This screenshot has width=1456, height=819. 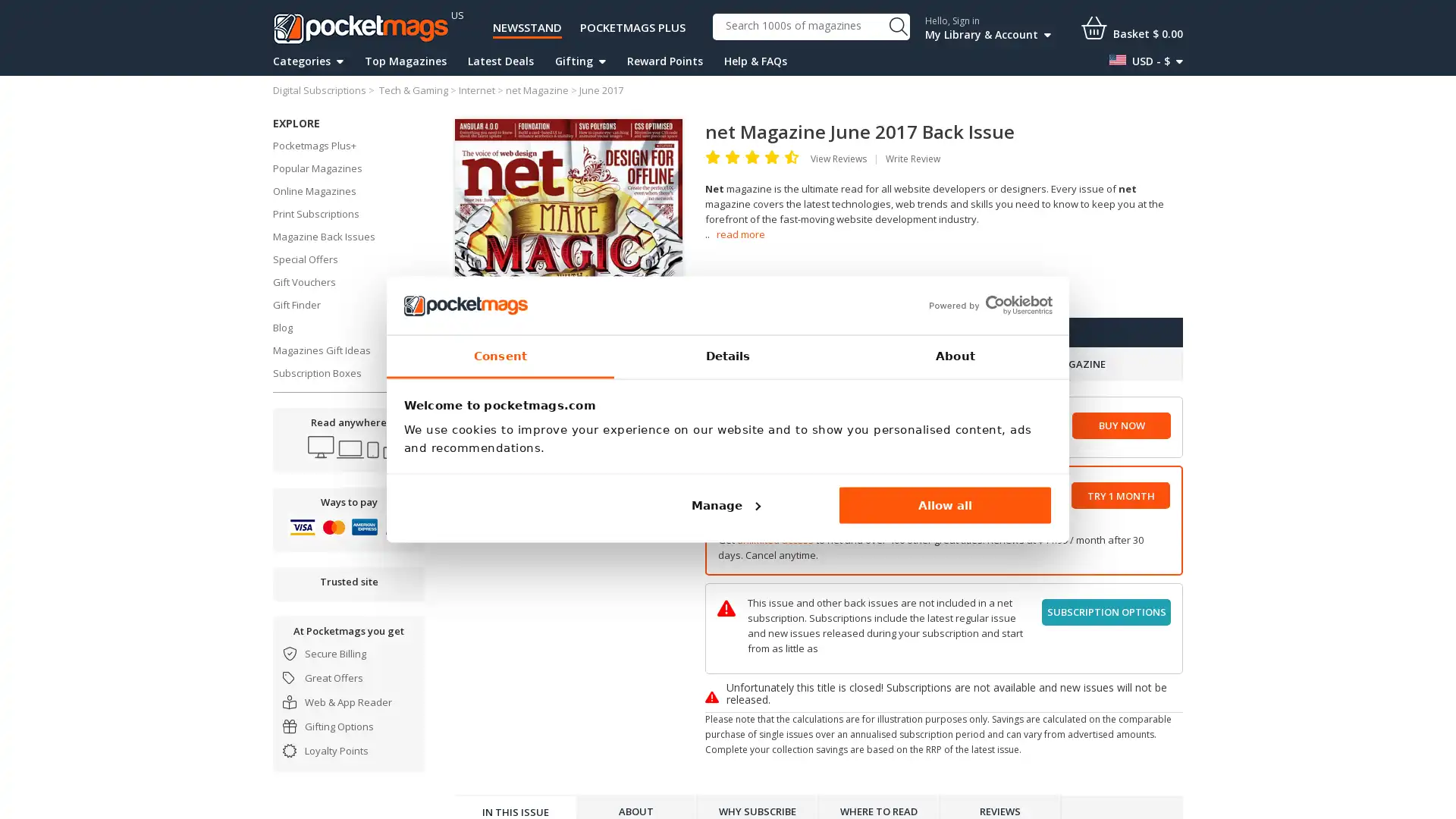 What do you see at coordinates (1146, 61) in the screenshot?
I see `United States   USD - $` at bounding box center [1146, 61].